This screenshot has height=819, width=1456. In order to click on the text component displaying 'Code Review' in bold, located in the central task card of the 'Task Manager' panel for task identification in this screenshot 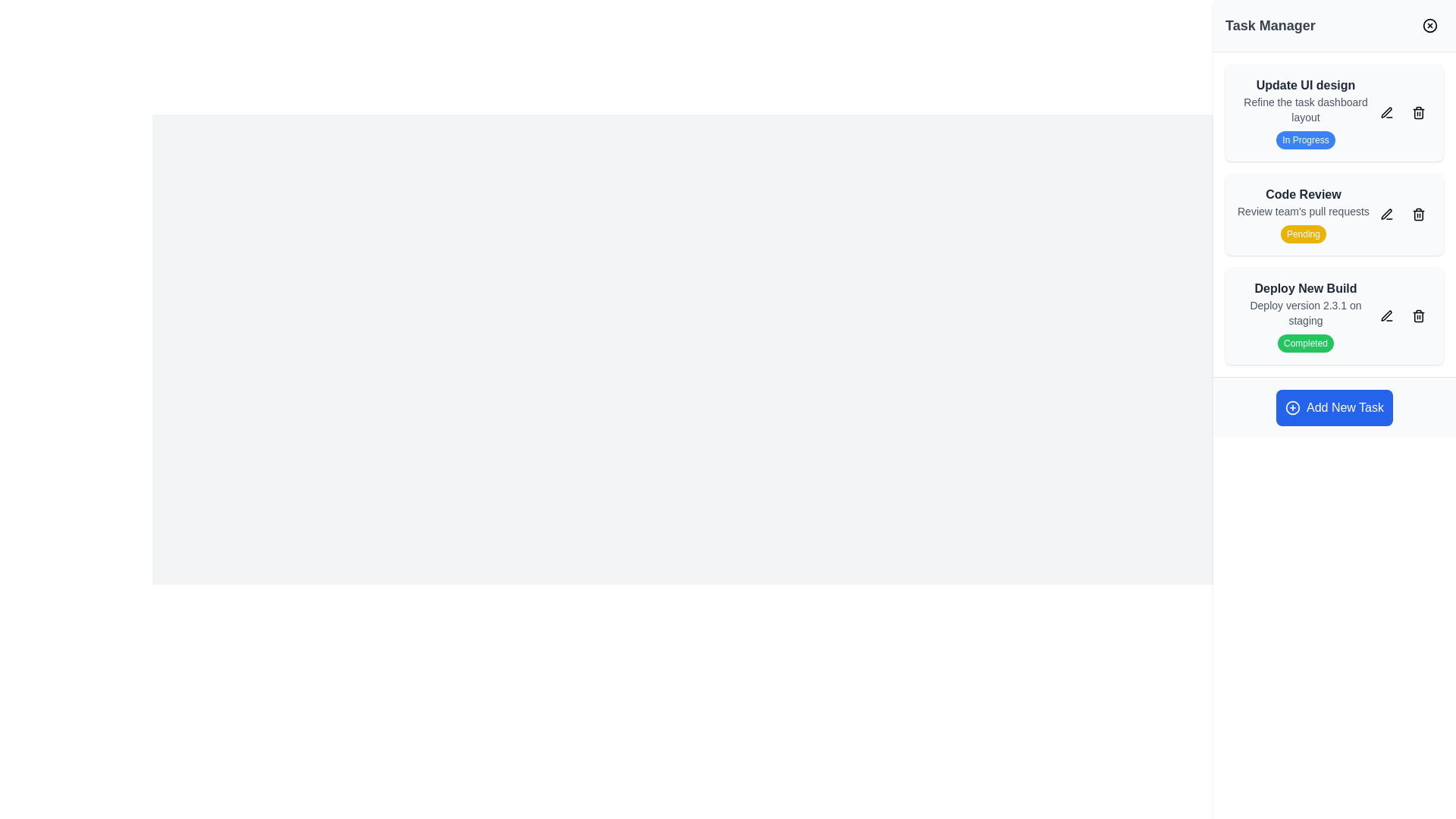, I will do `click(1302, 194)`.